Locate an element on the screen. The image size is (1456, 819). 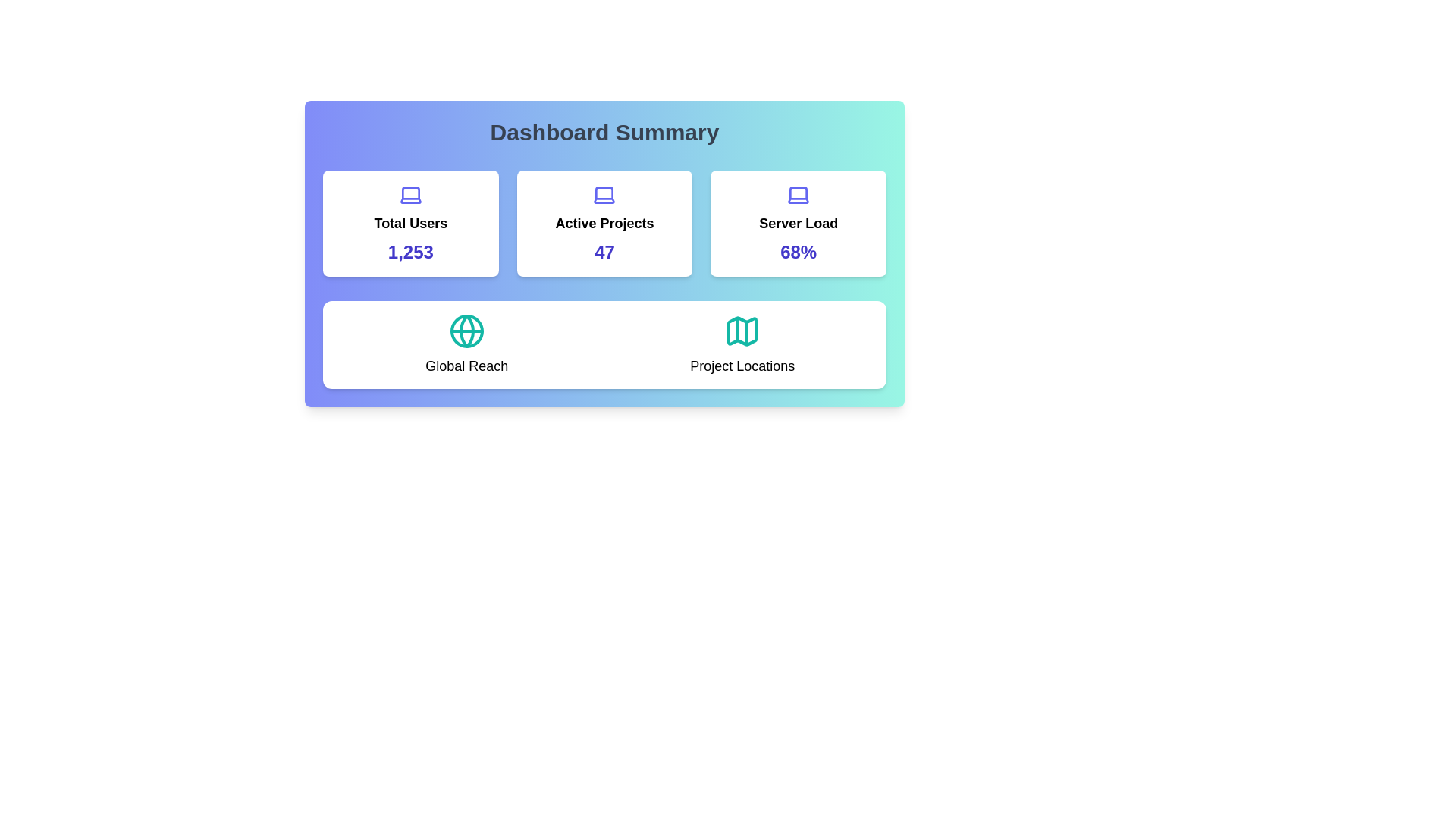
the minimalist laptop icon located in the 'Active Projects' card, positioned above the number '47', if it is interactive is located at coordinates (604, 194).